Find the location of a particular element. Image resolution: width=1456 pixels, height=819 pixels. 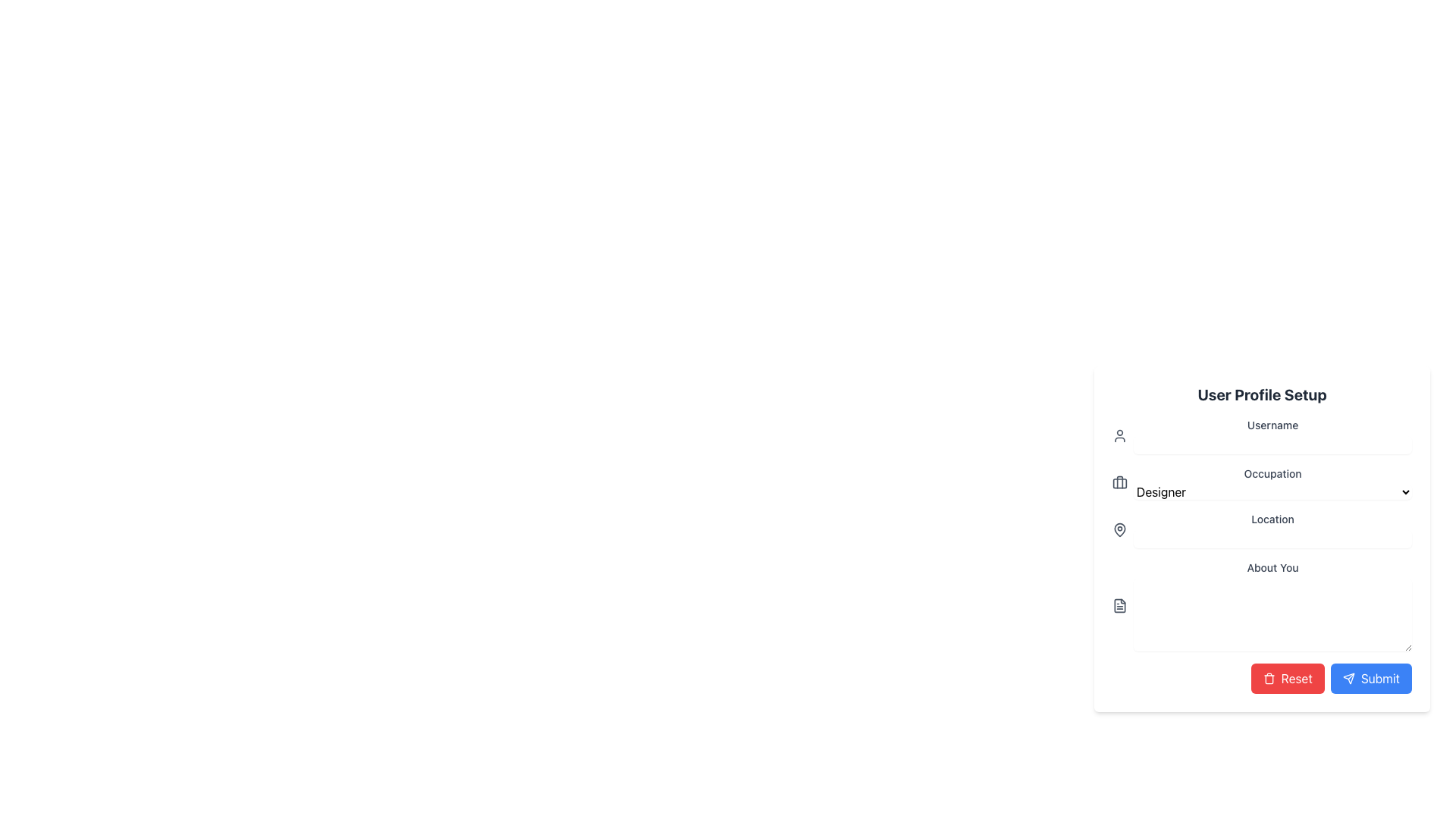

the graphical icon component shaped like a briefcase, which is located to the left of the 'Occupation' dropdown field in the User Profile Setup interface is located at coordinates (1120, 482).